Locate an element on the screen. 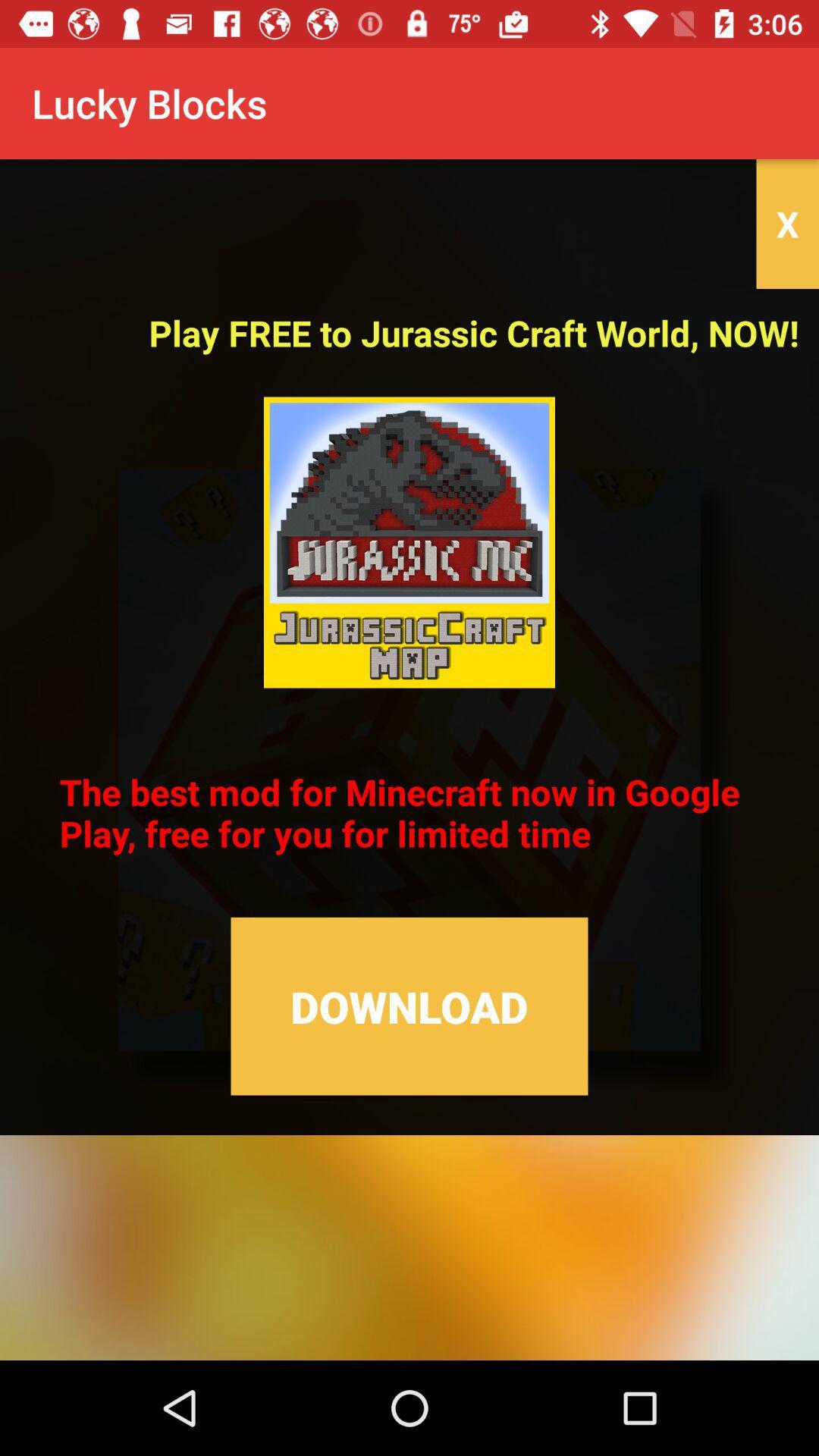  the download is located at coordinates (409, 1006).